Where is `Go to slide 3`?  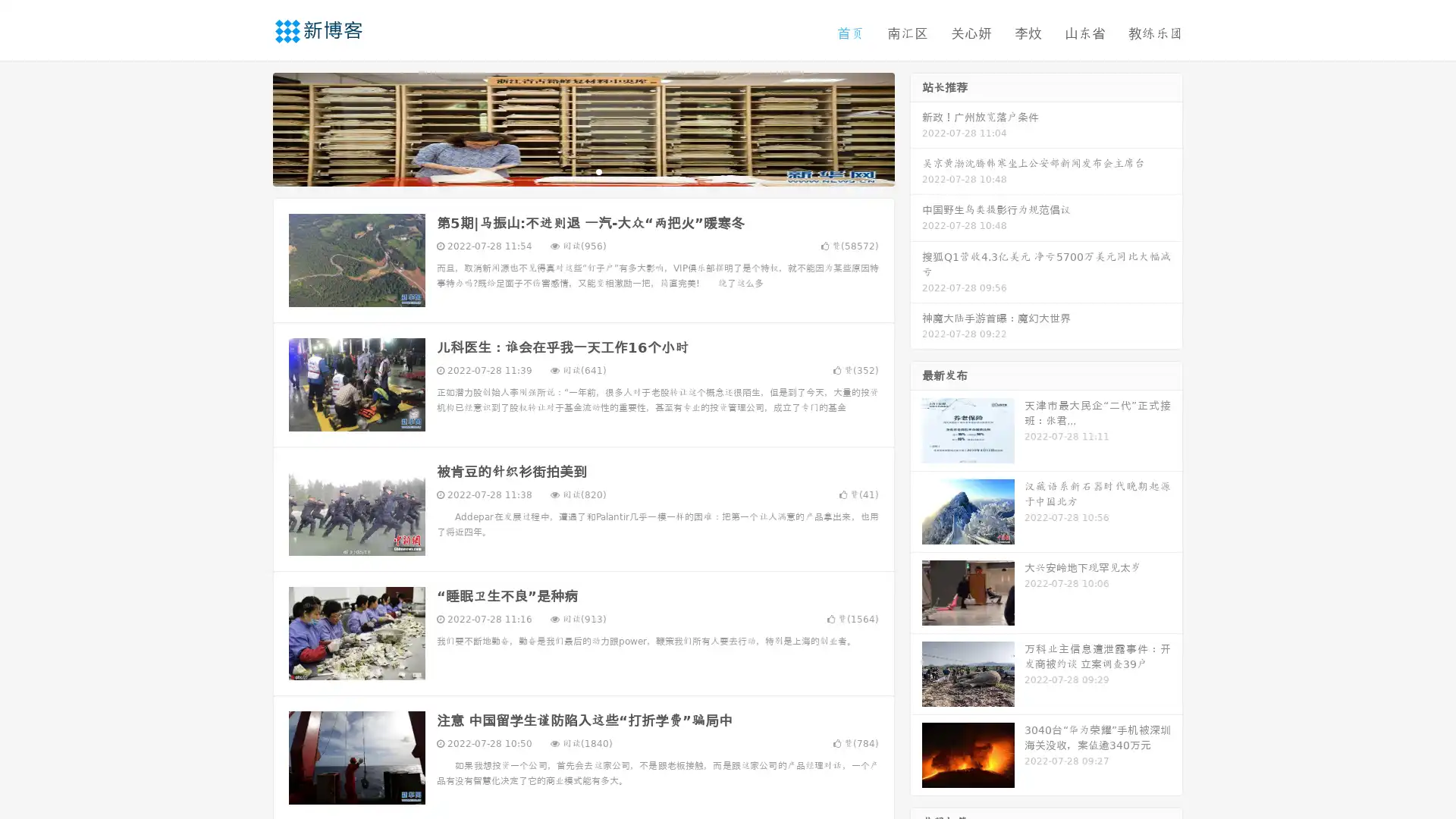
Go to slide 3 is located at coordinates (598, 171).